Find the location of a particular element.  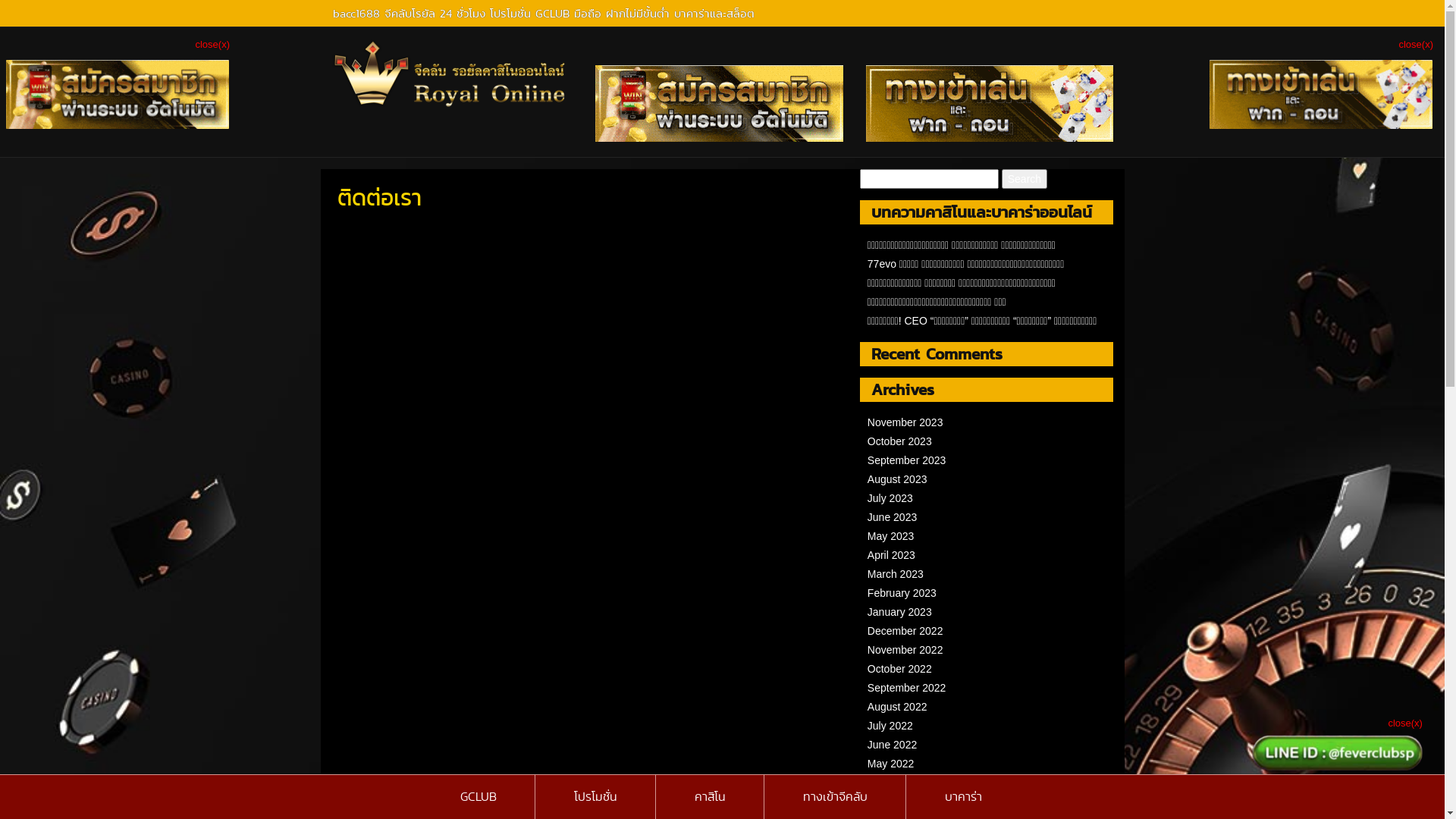

'July 2022' is located at coordinates (890, 724).